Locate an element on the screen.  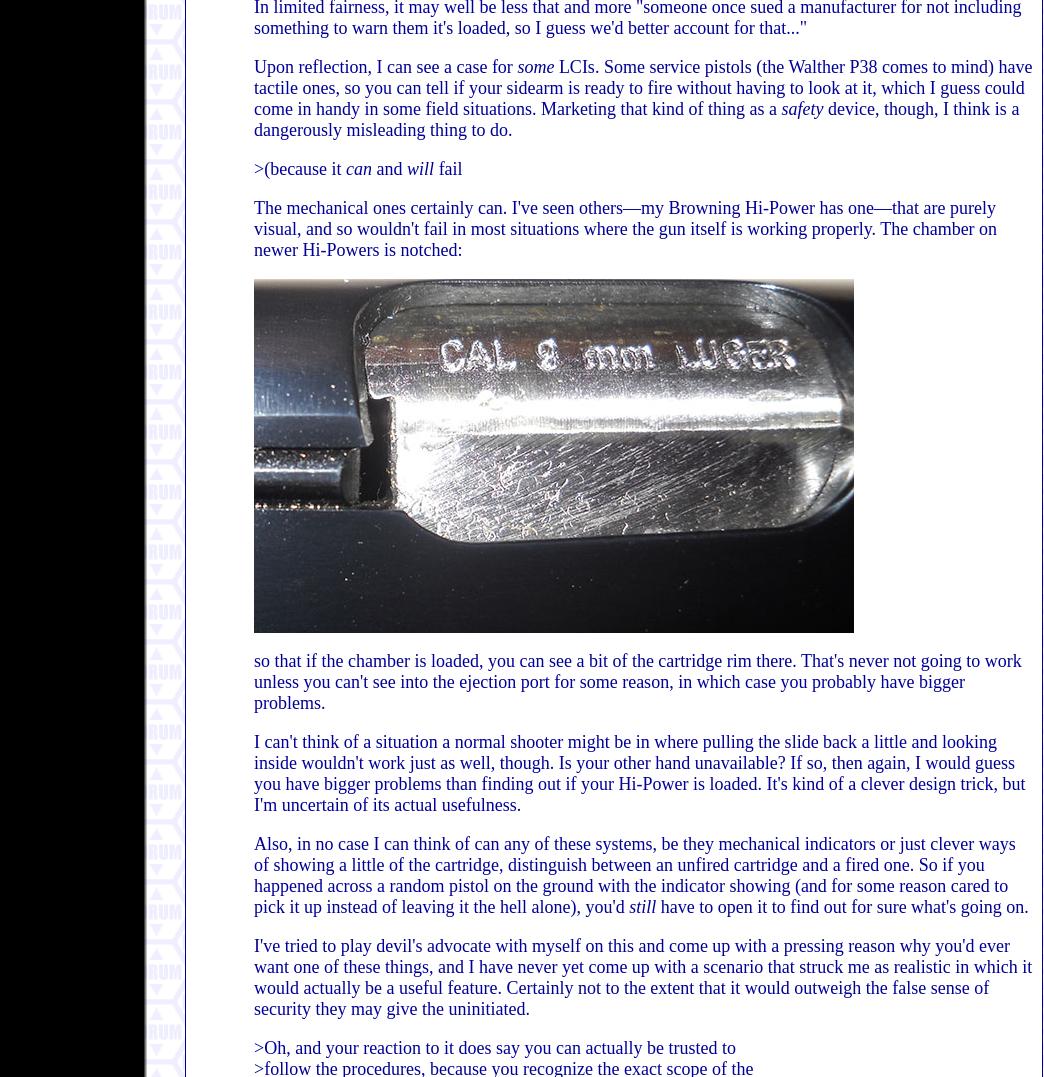
'still' is located at coordinates (642, 907).